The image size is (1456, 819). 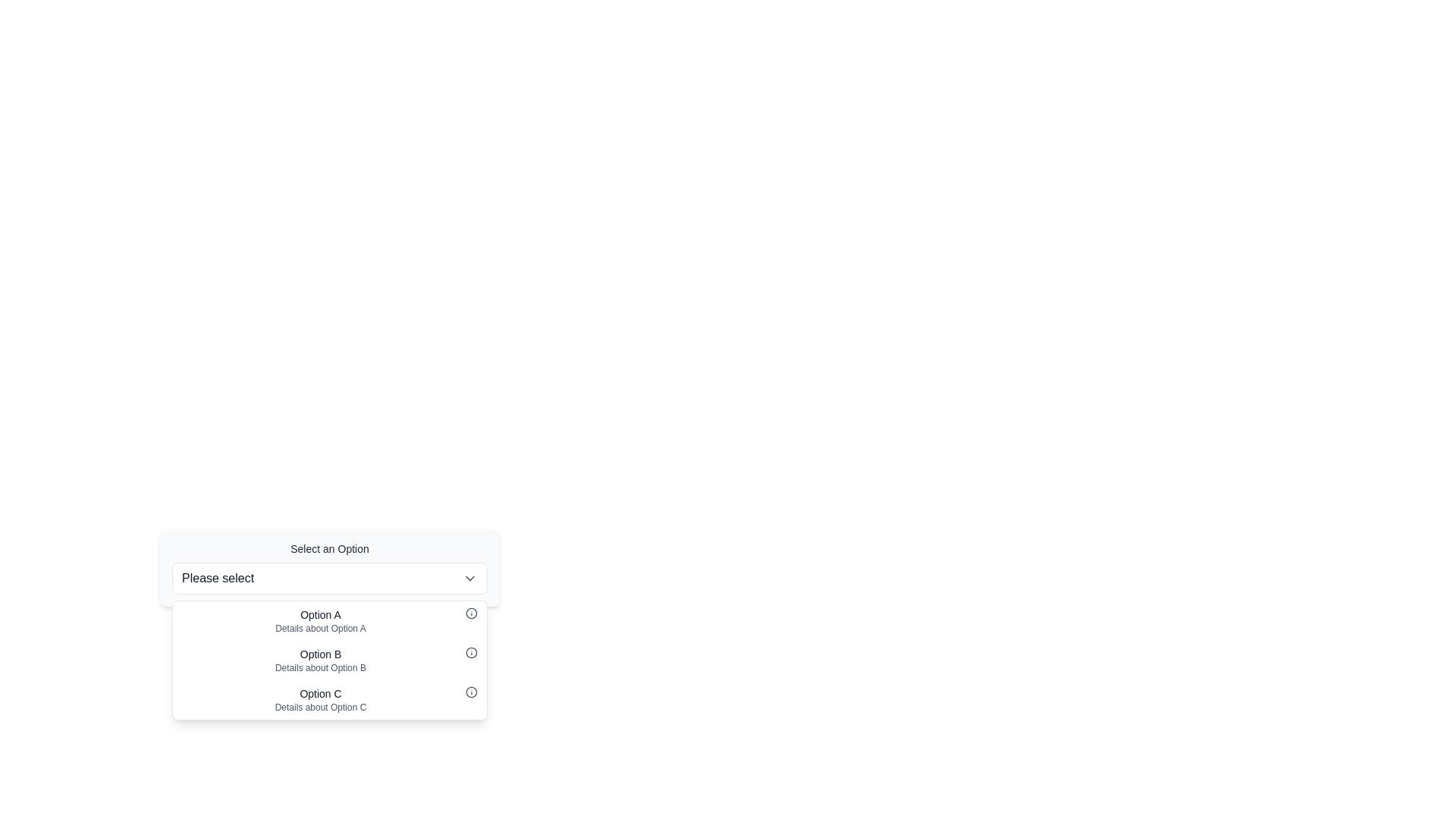 What do you see at coordinates (329, 699) in the screenshot?
I see `the third option 'Option C' in the dropdown menu titled 'Select an Option'` at bounding box center [329, 699].